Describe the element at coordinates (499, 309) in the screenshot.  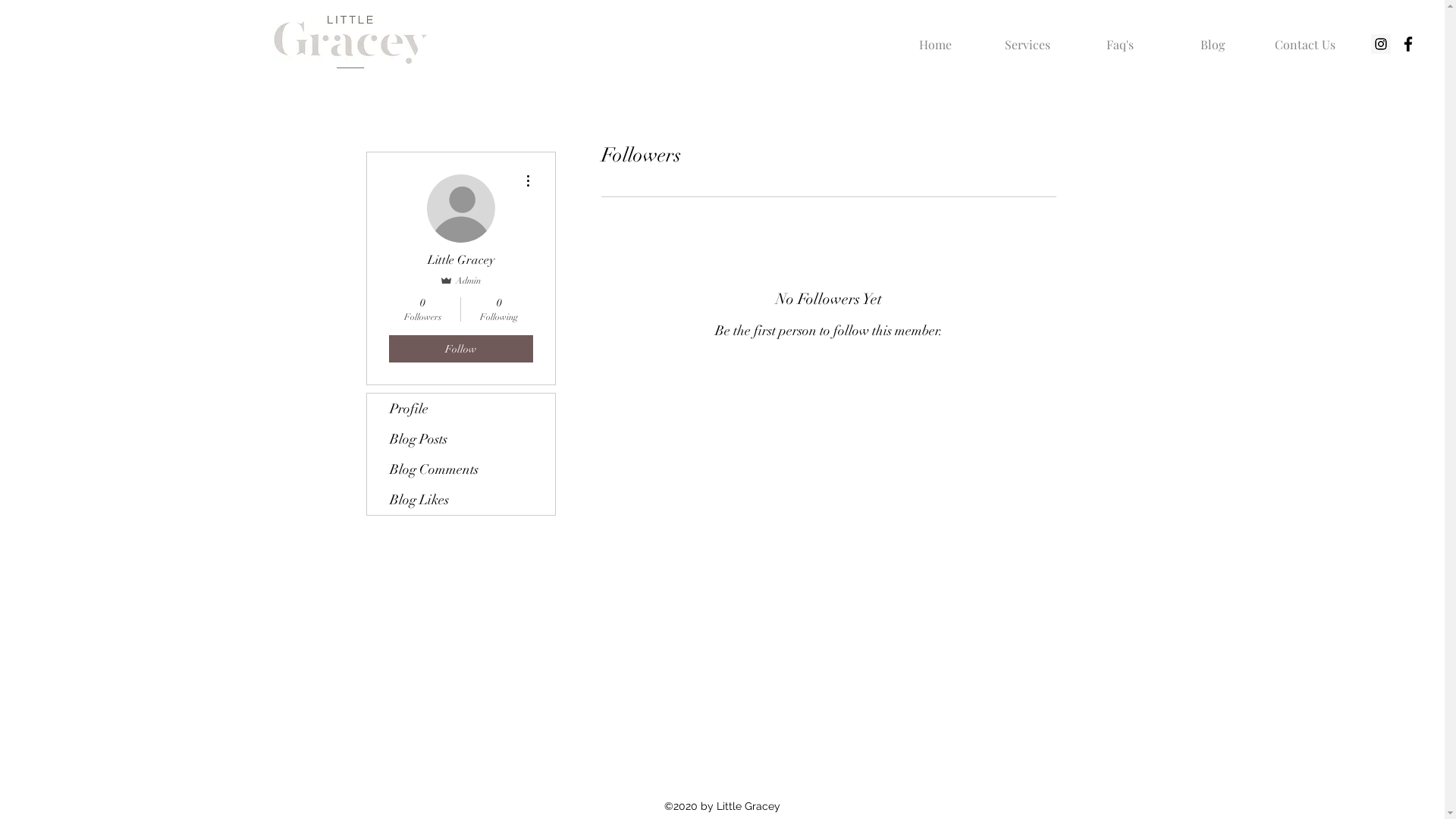
I see `'0` at that location.